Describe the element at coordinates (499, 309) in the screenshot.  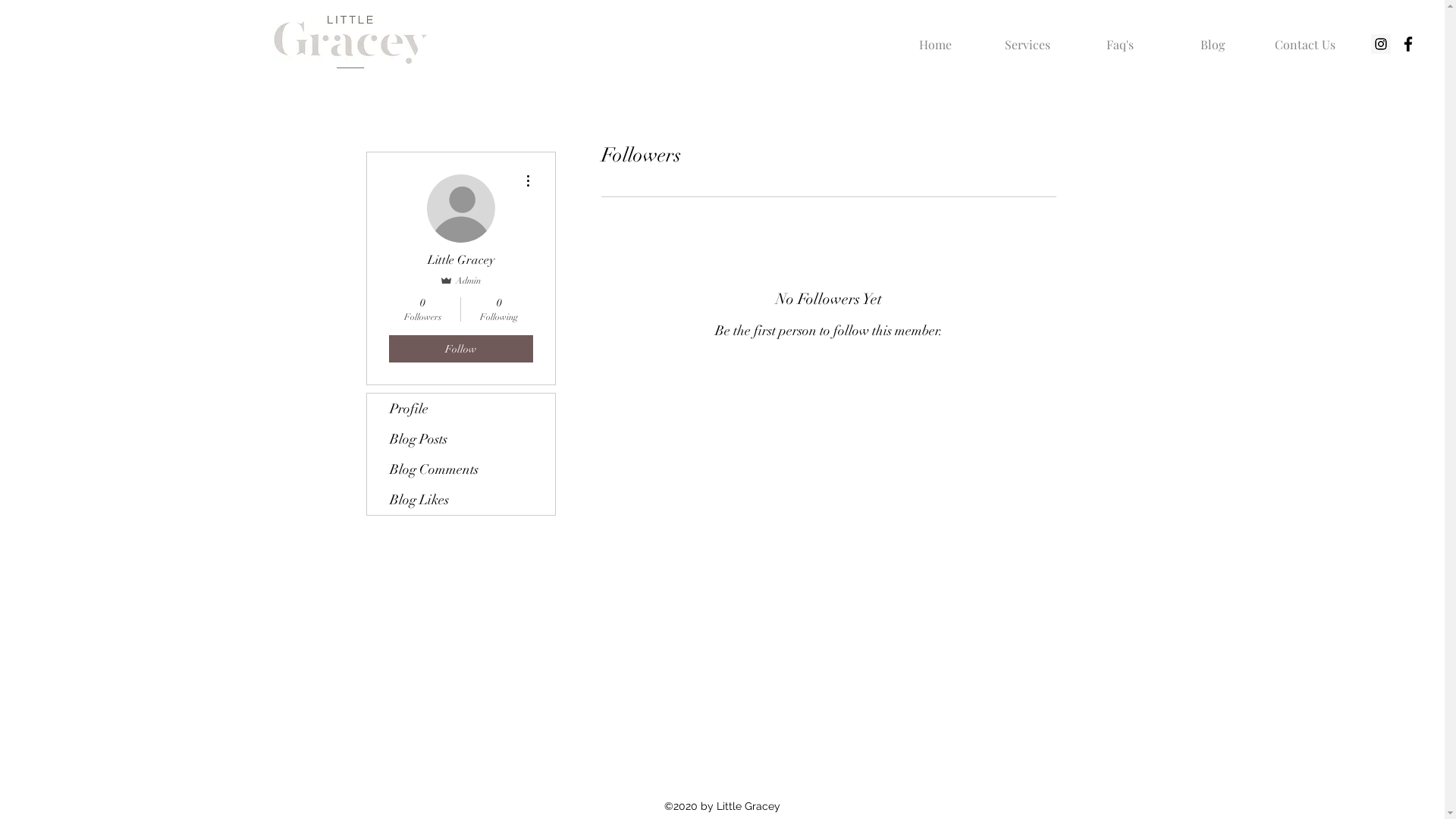
I see `'0` at that location.